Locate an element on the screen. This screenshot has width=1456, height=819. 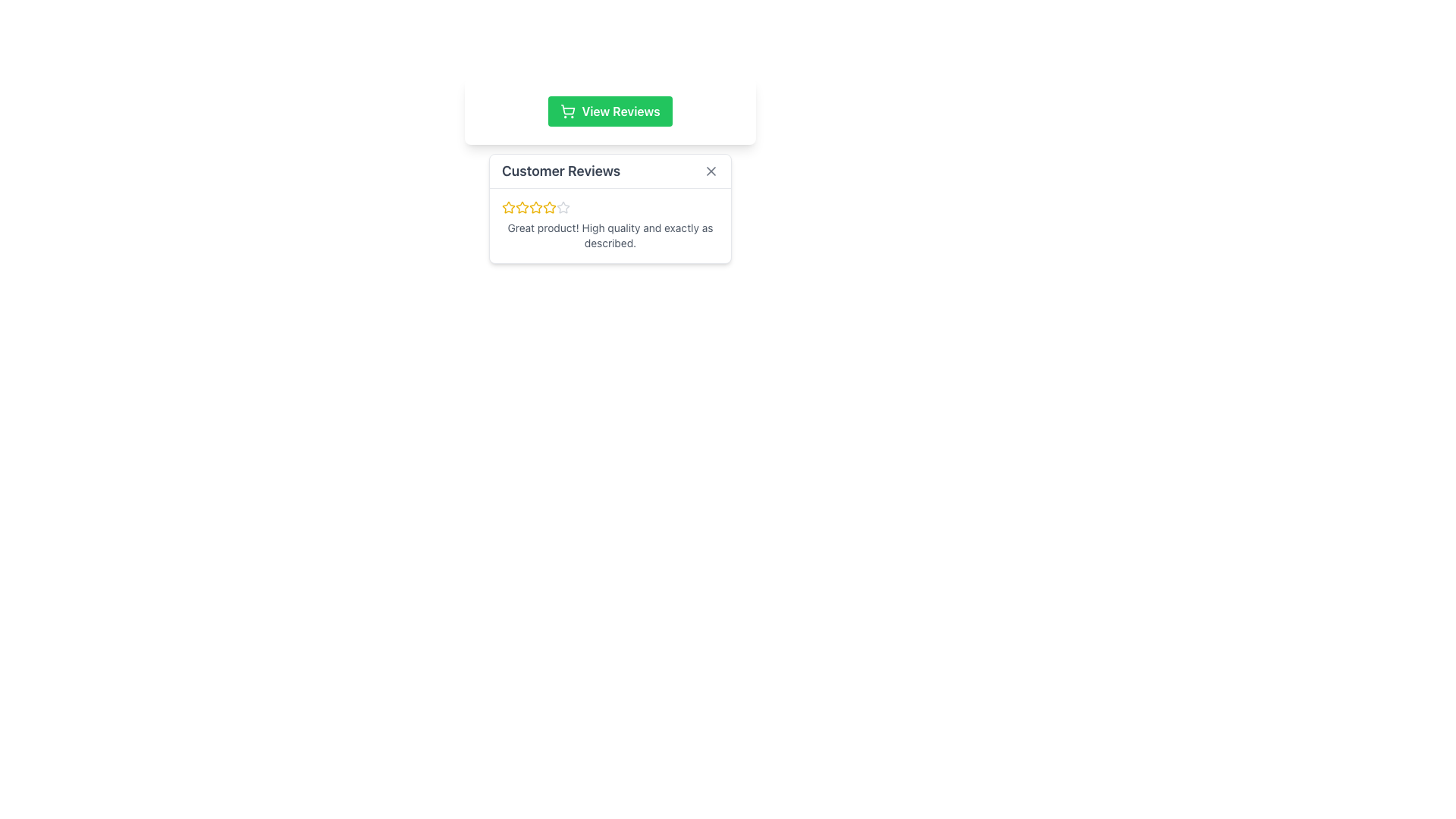
the visual state of the first Rating Star Icon, which is a golden star used for rating purposes located below the 'Customer Reviews' section header is located at coordinates (509, 207).